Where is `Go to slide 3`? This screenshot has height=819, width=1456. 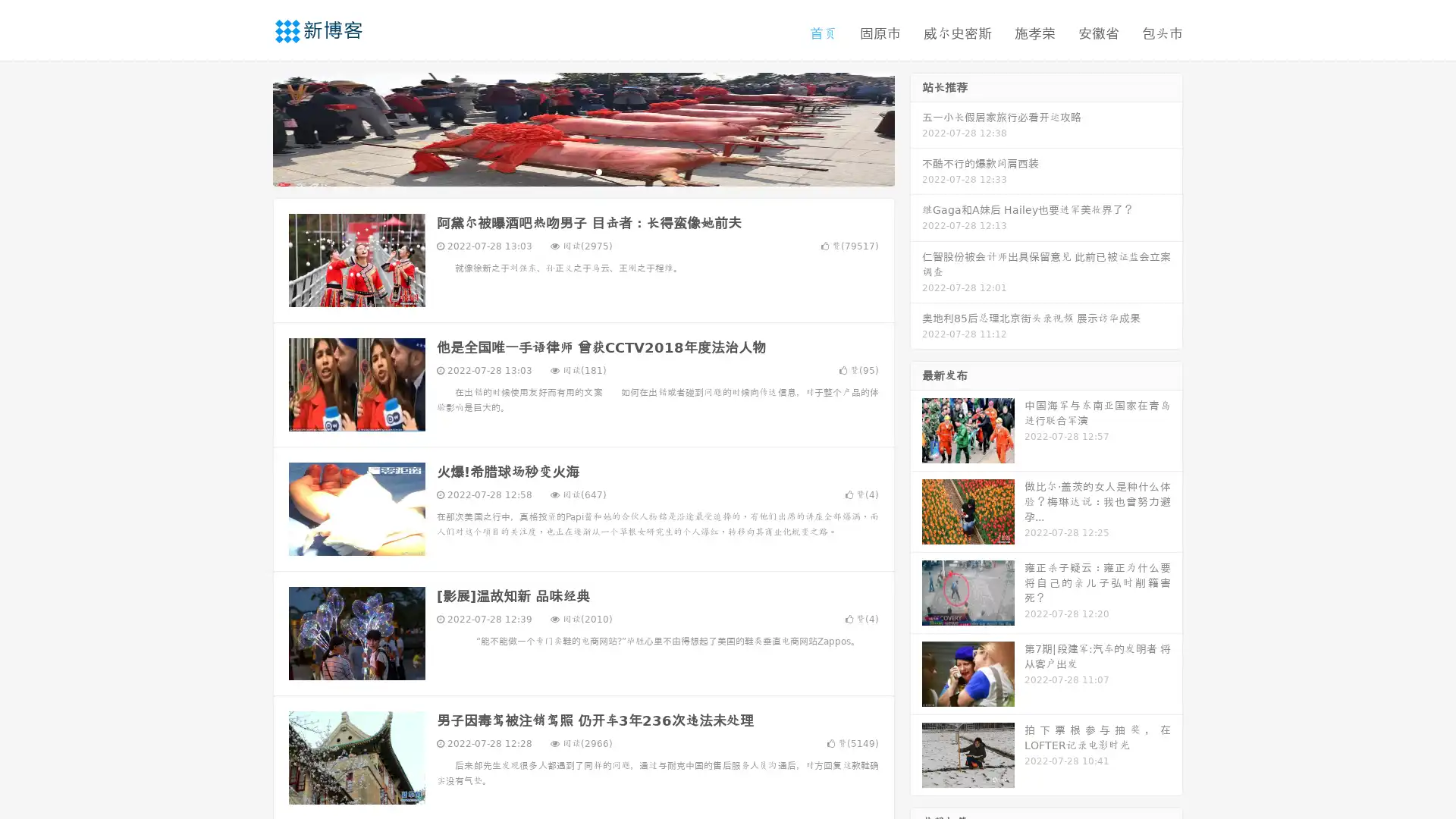 Go to slide 3 is located at coordinates (598, 171).